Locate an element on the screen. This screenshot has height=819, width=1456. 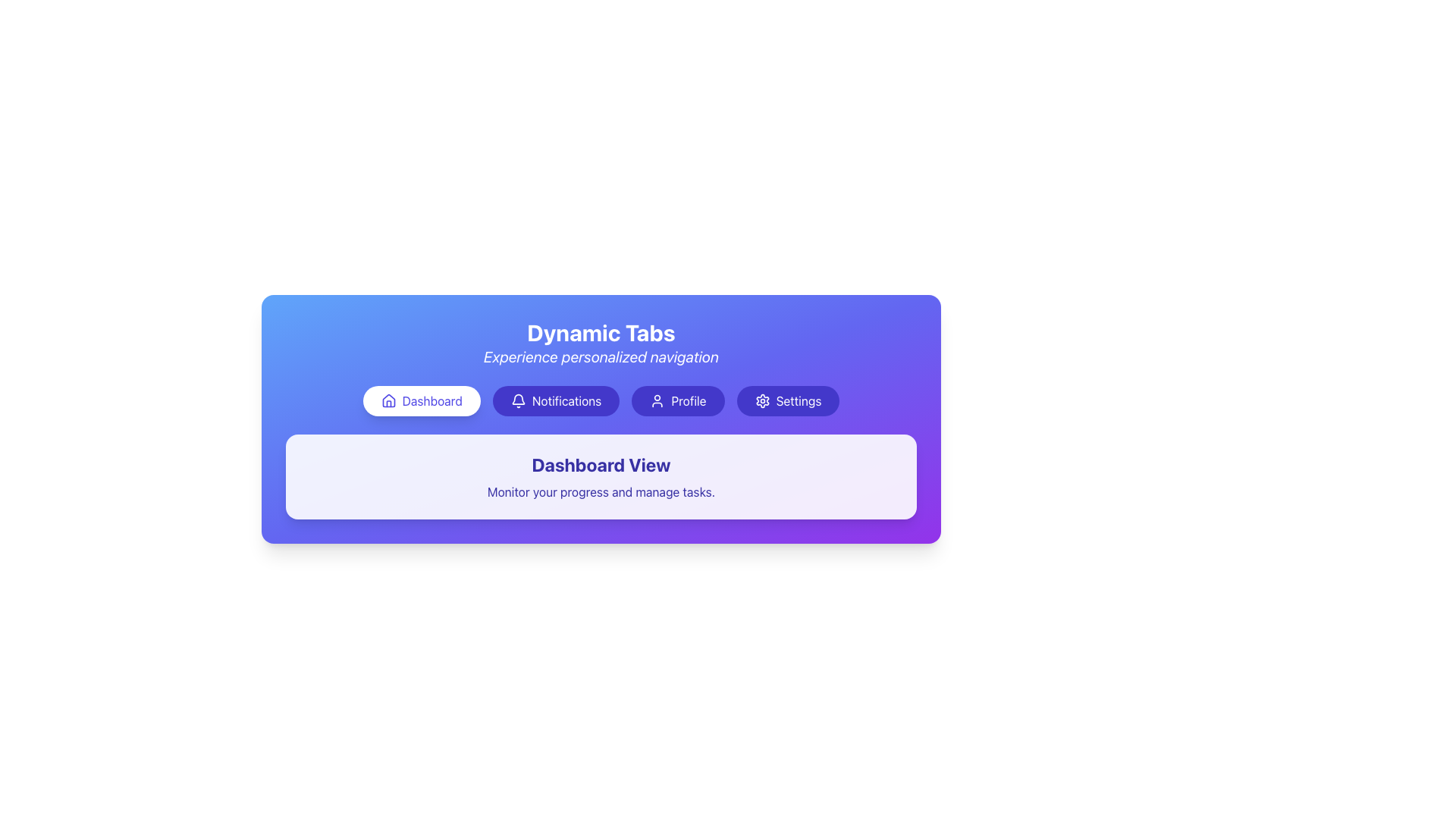
the 'Settings' button, which is a rounded rectangular button with a blue background and white text, located at the end of a row of buttons including 'Dashboard', 'Notifications', and 'Profile' is located at coordinates (788, 400).